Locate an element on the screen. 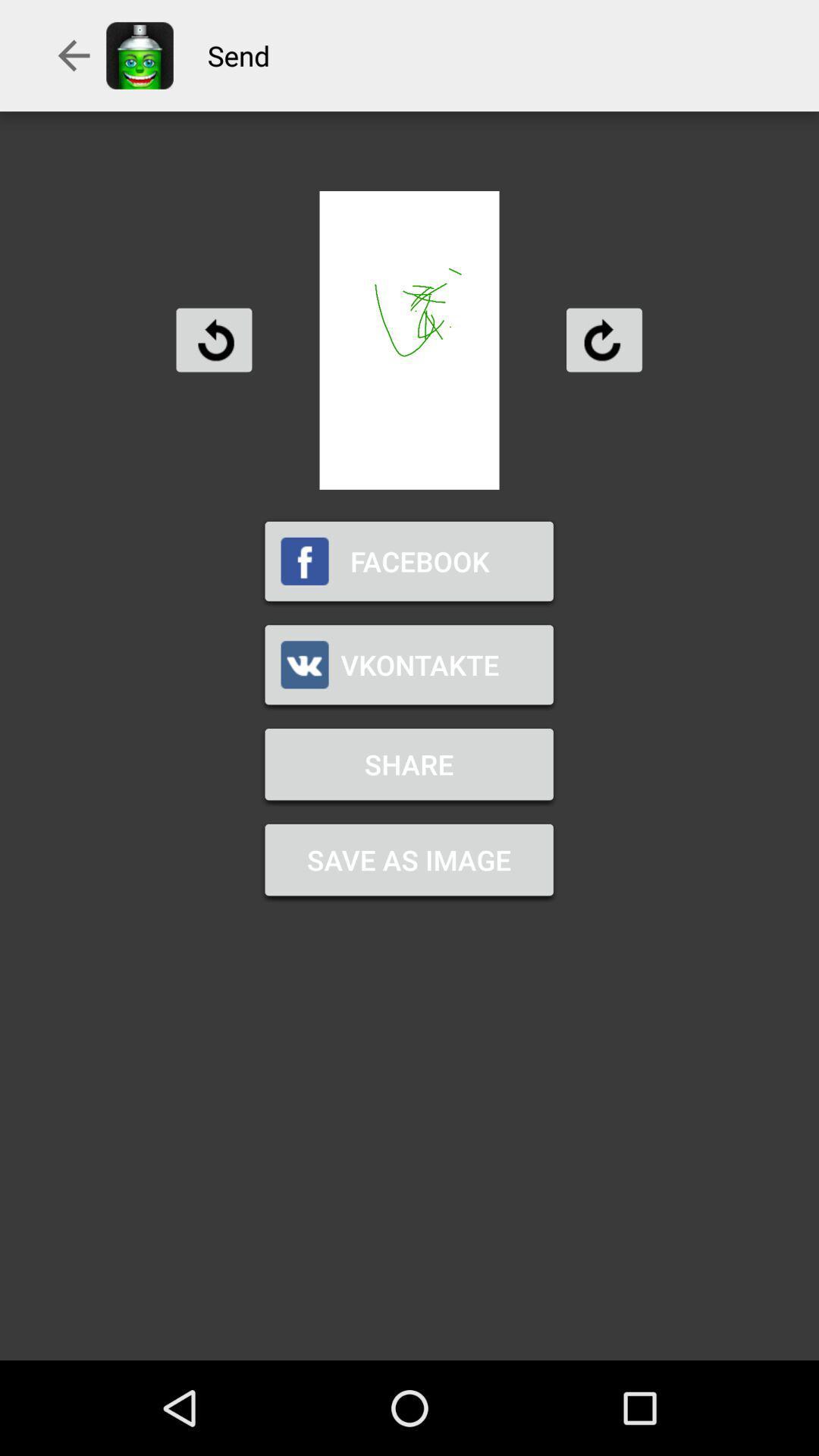  the refresh icon is located at coordinates (603, 339).